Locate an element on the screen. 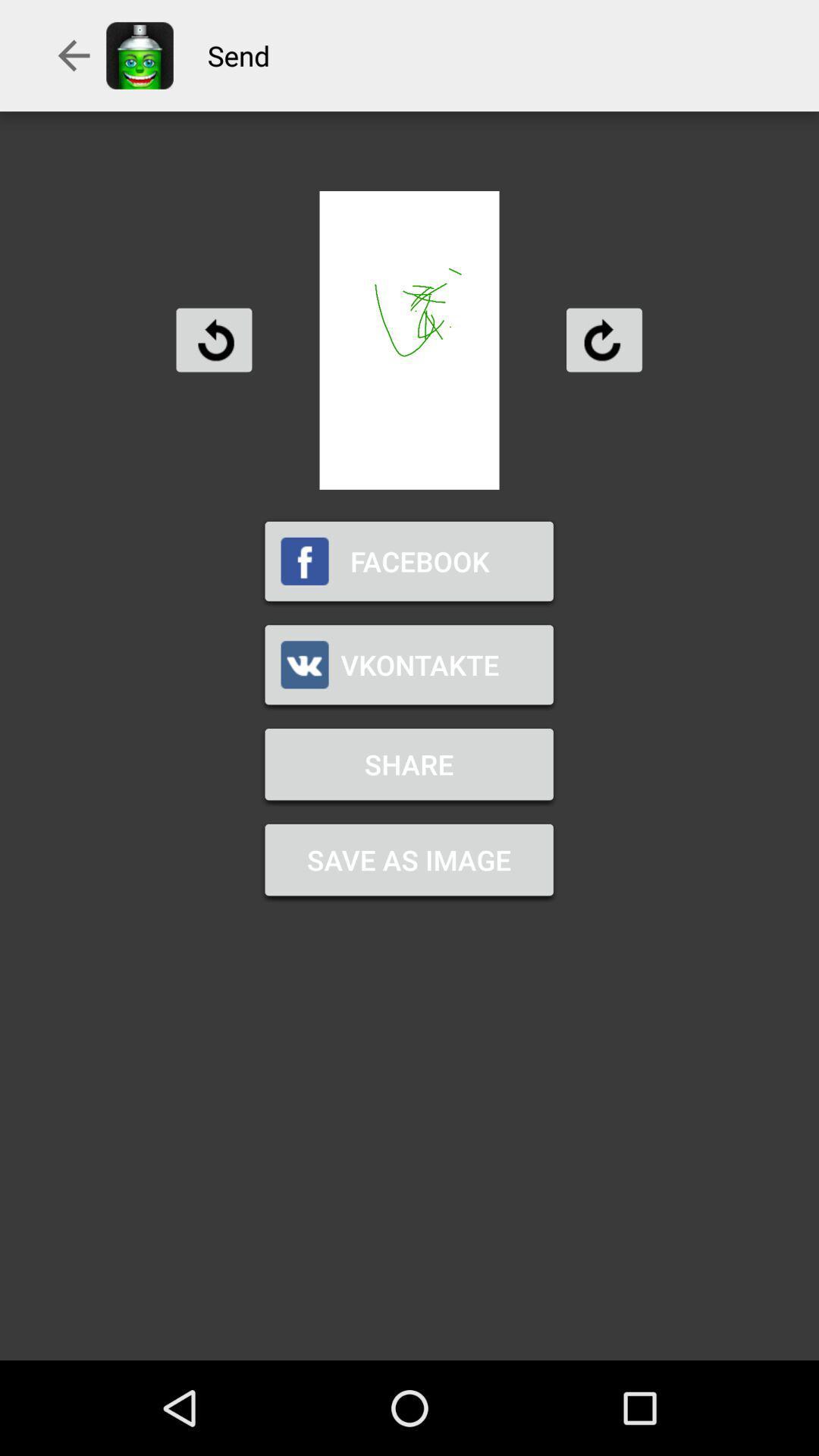  the refresh icon is located at coordinates (603, 339).